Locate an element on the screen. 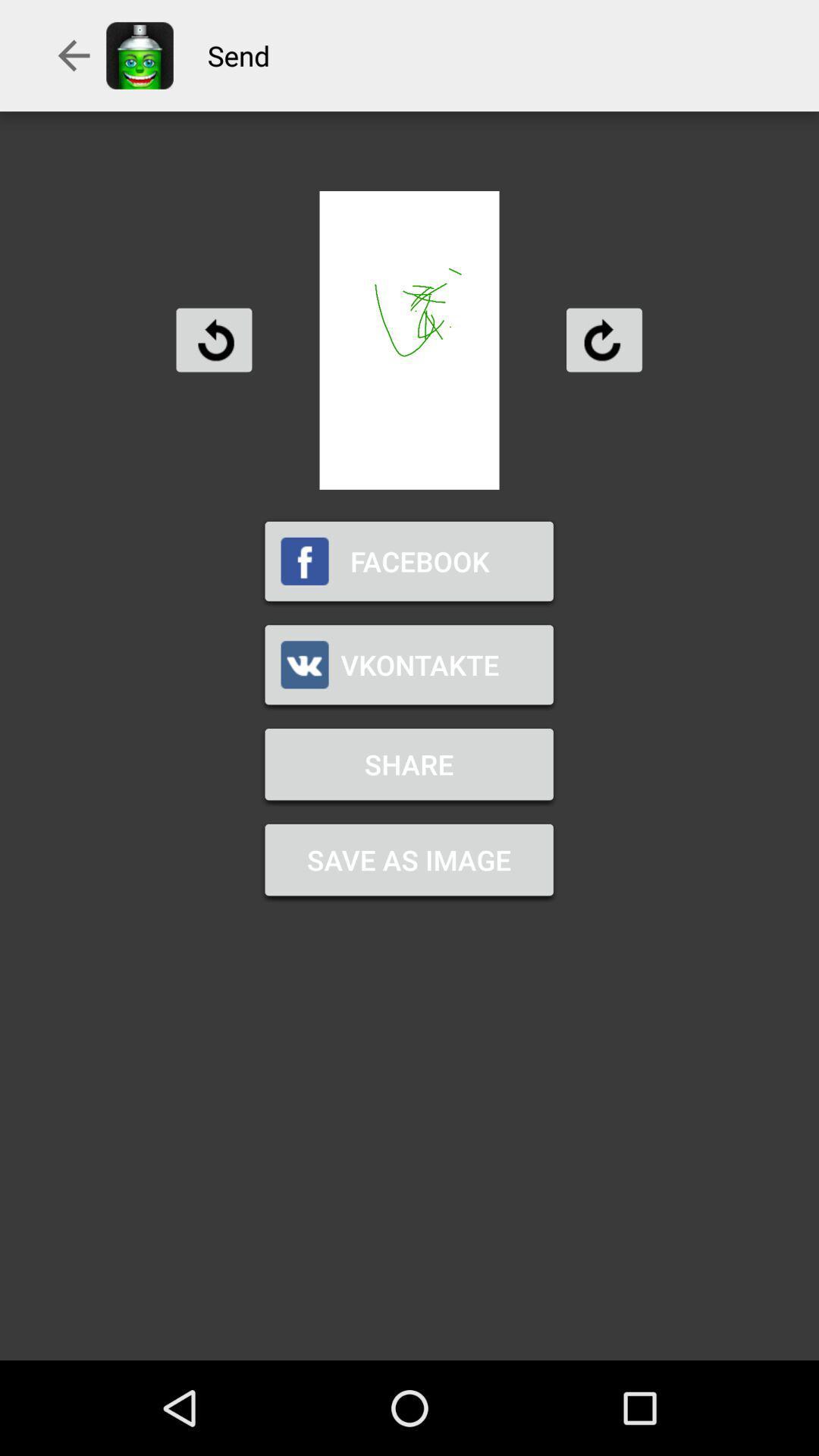  the refresh icon is located at coordinates (603, 339).